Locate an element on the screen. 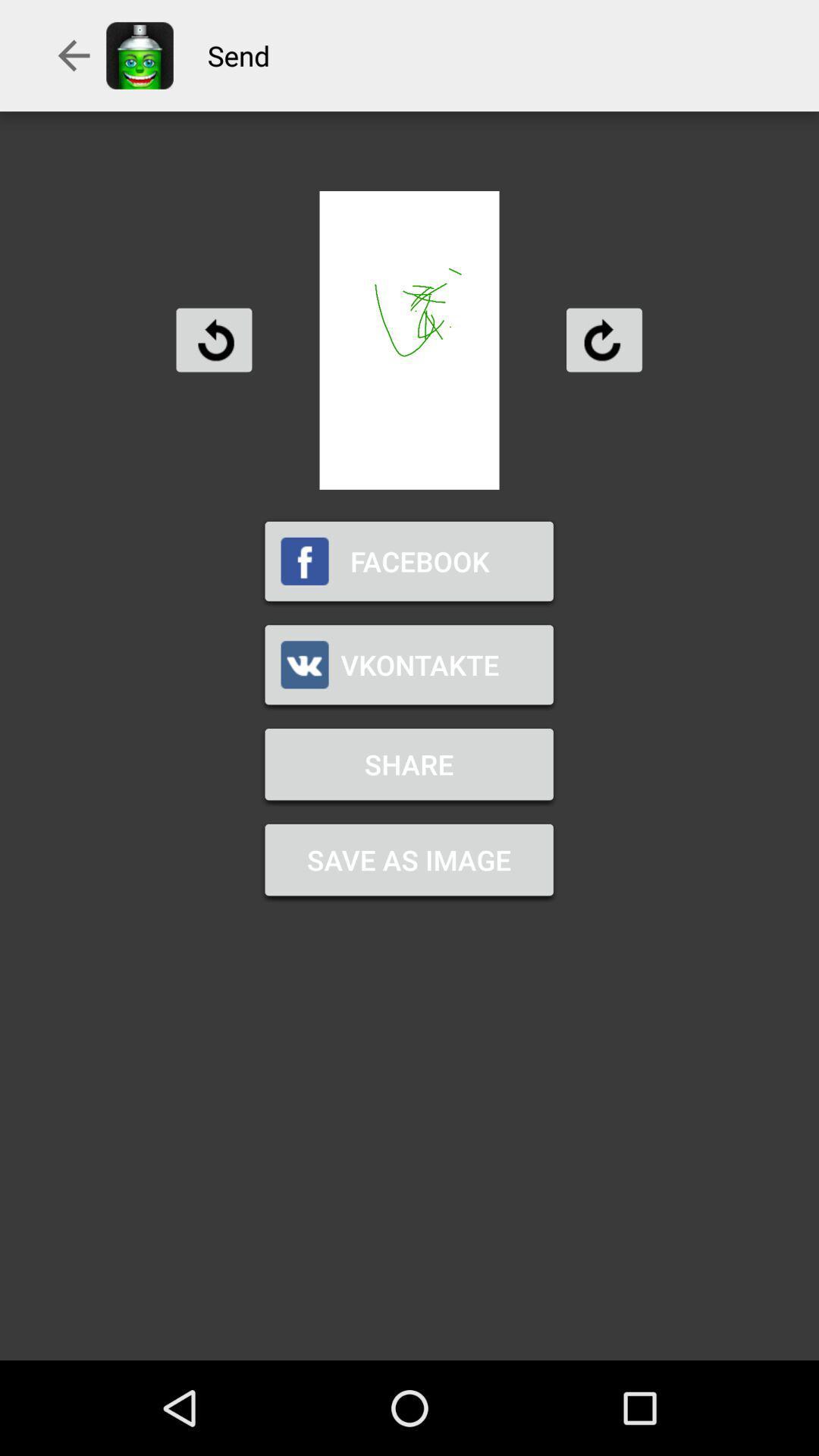  the refresh icon is located at coordinates (603, 339).